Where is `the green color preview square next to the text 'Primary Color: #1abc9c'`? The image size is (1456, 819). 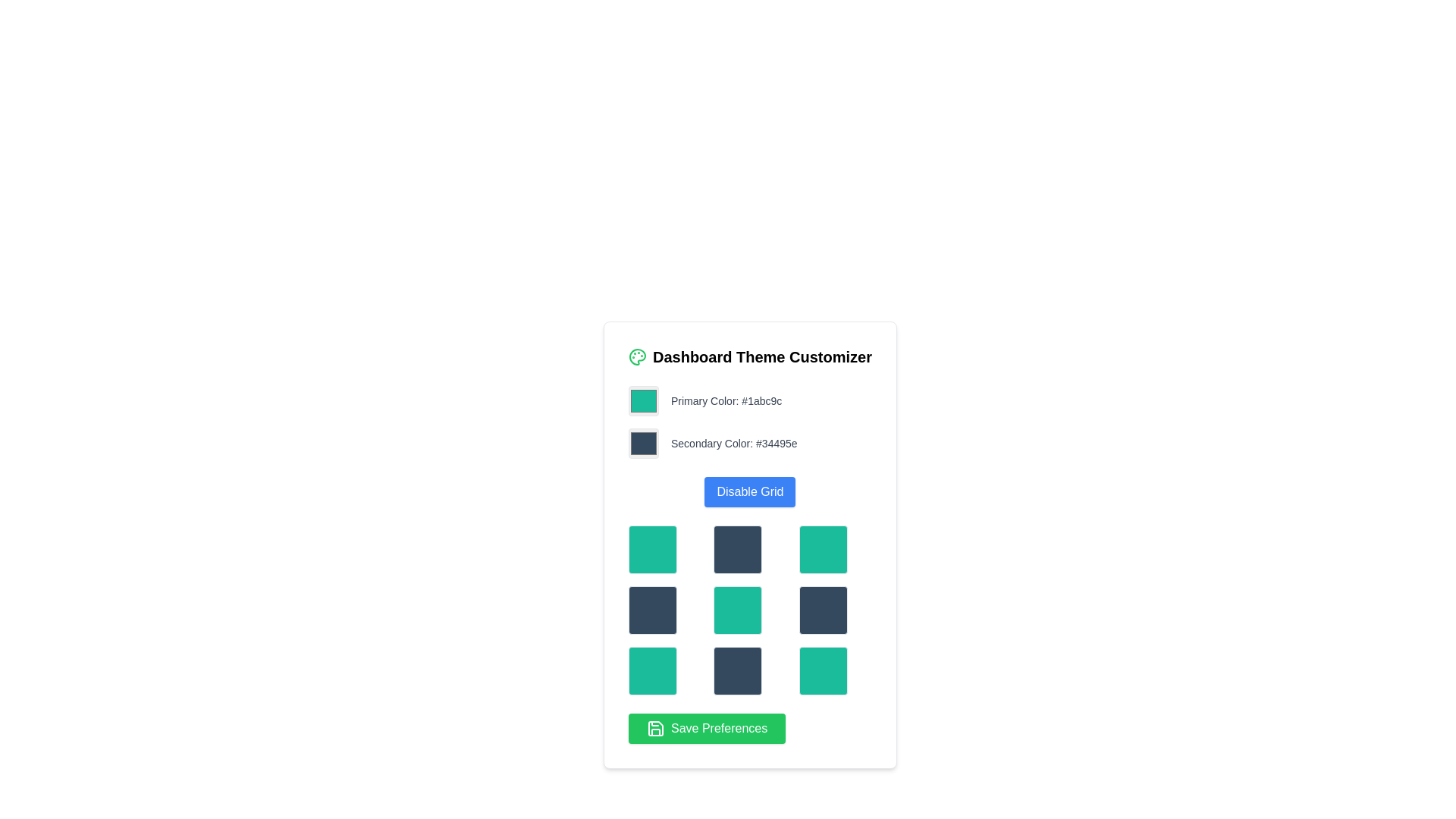
the green color preview square next to the text 'Primary Color: #1abc9c' is located at coordinates (750, 400).